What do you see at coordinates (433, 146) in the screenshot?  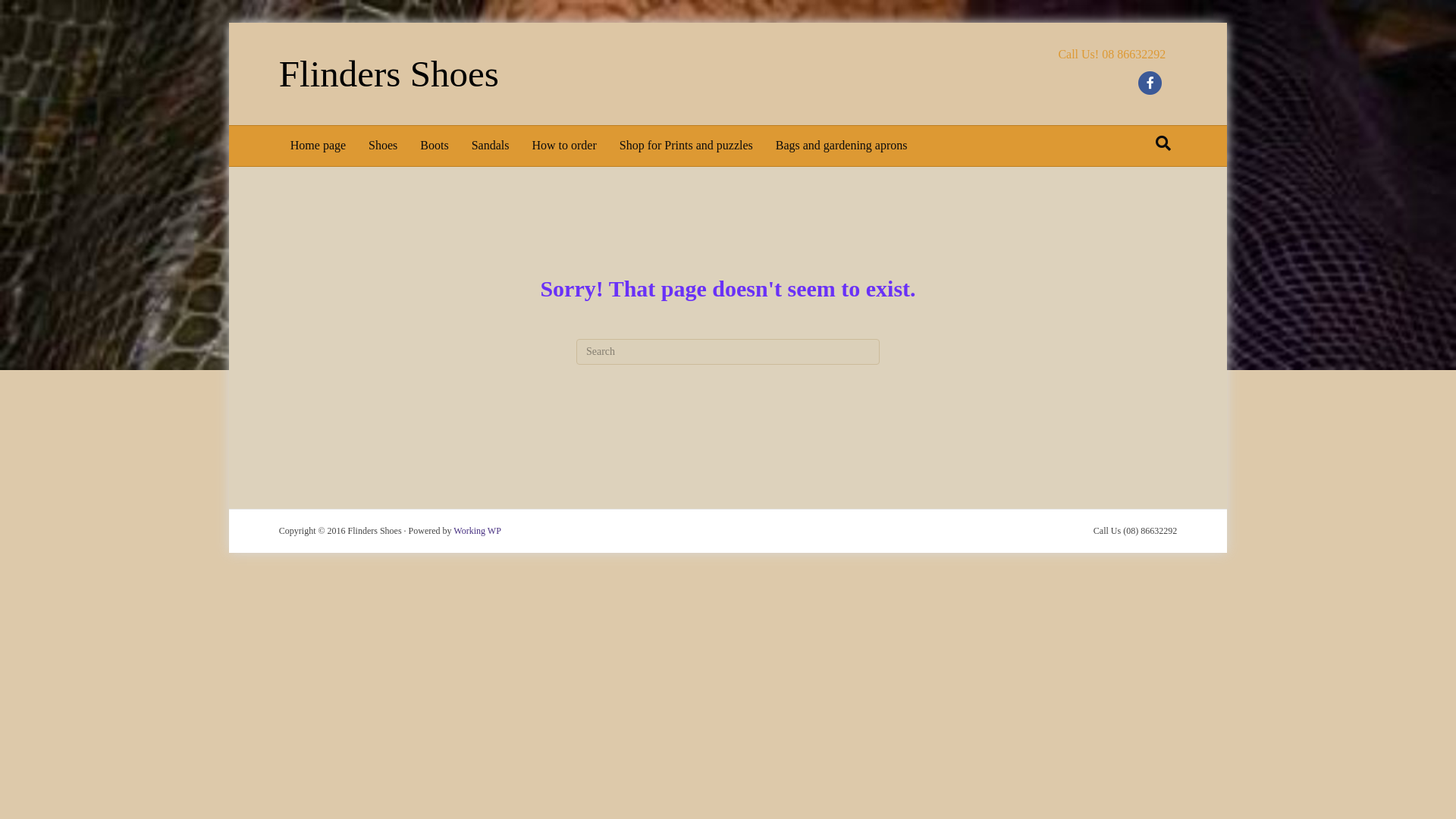 I see `'Boots'` at bounding box center [433, 146].